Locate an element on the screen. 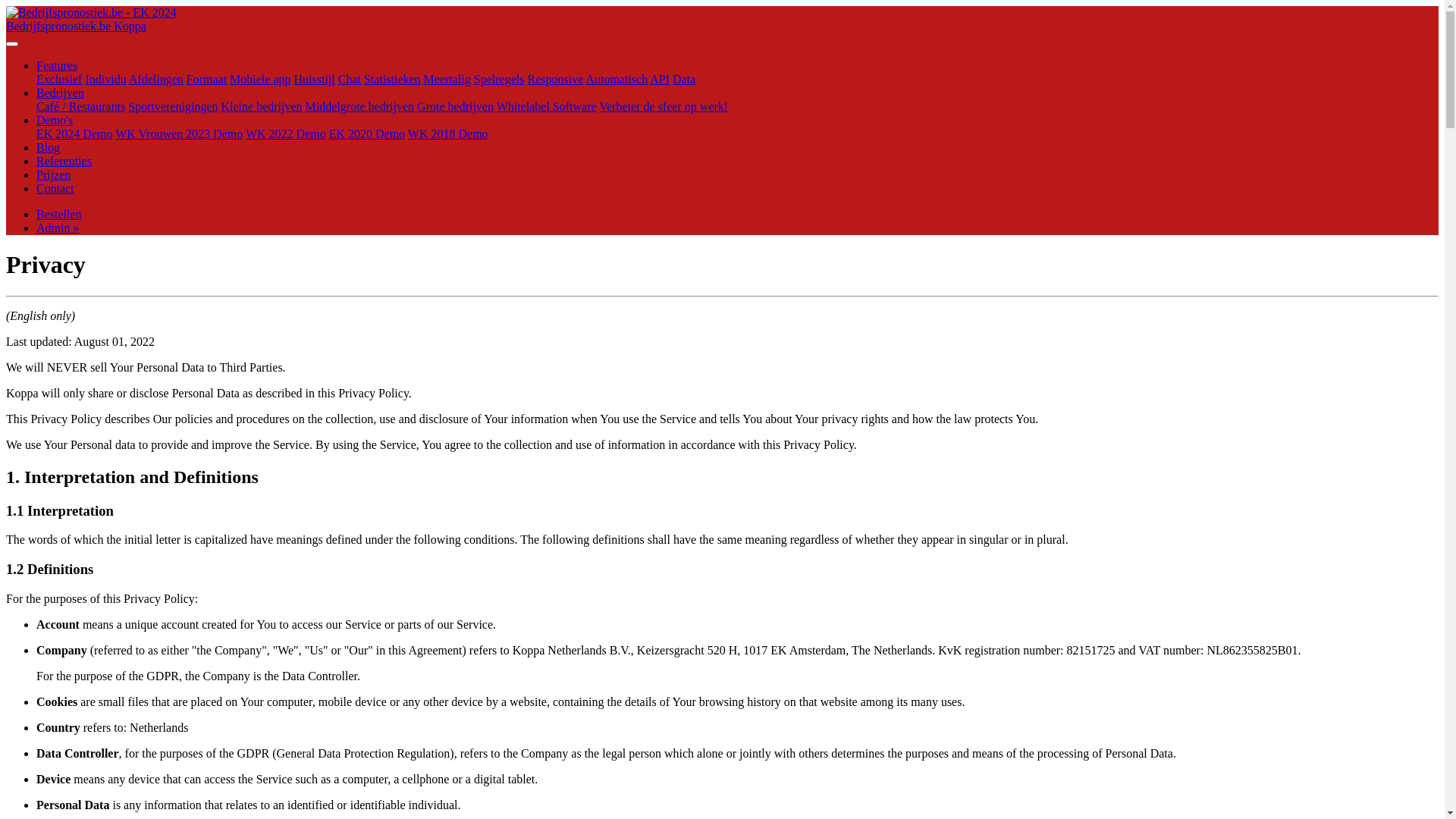 The width and height of the screenshot is (1456, 819). 'Prijzen' is located at coordinates (36, 174).